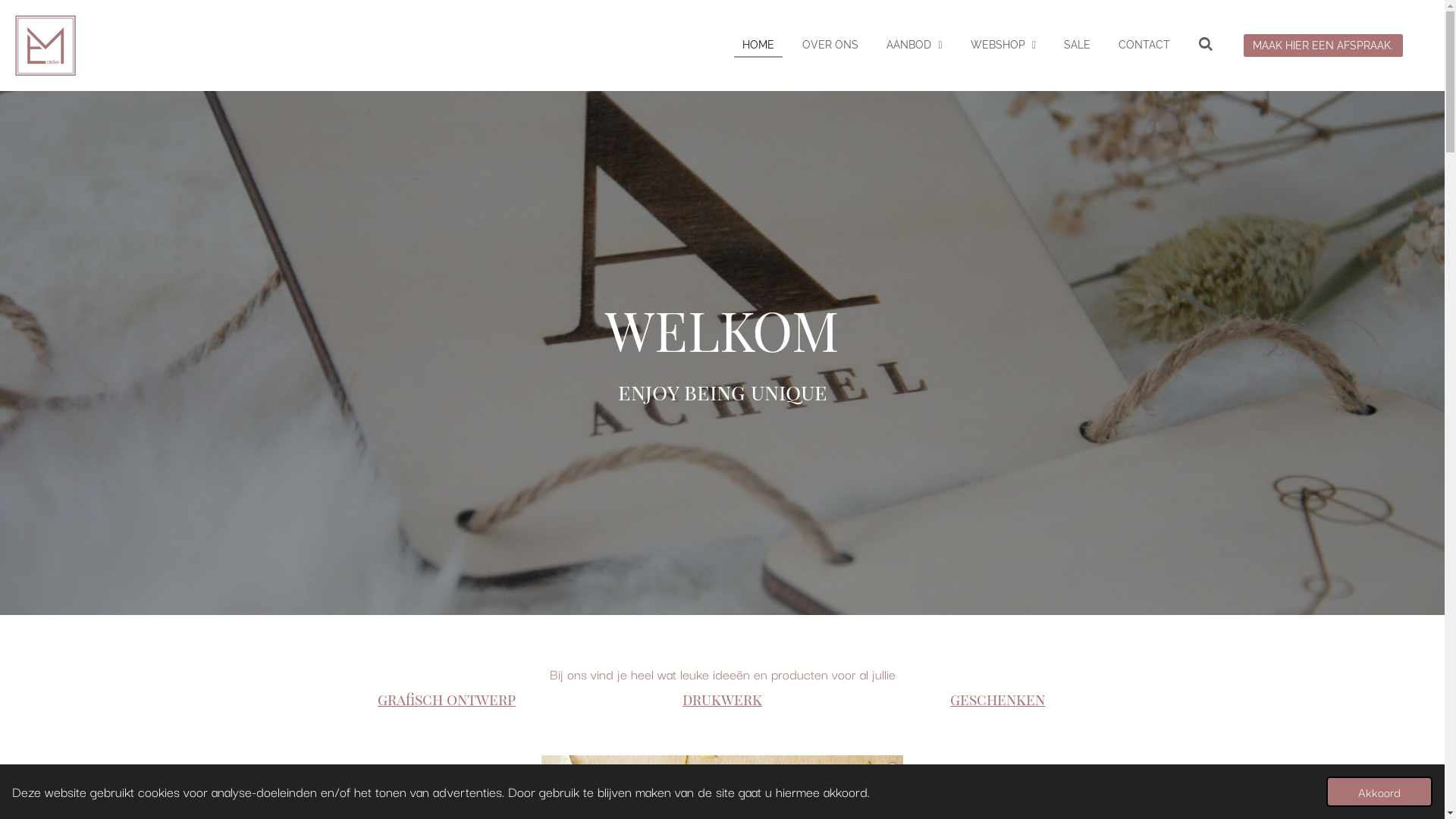 Image resolution: width=1456 pixels, height=819 pixels. Describe the element at coordinates (1379, 791) in the screenshot. I see `'Akkoord'` at that location.